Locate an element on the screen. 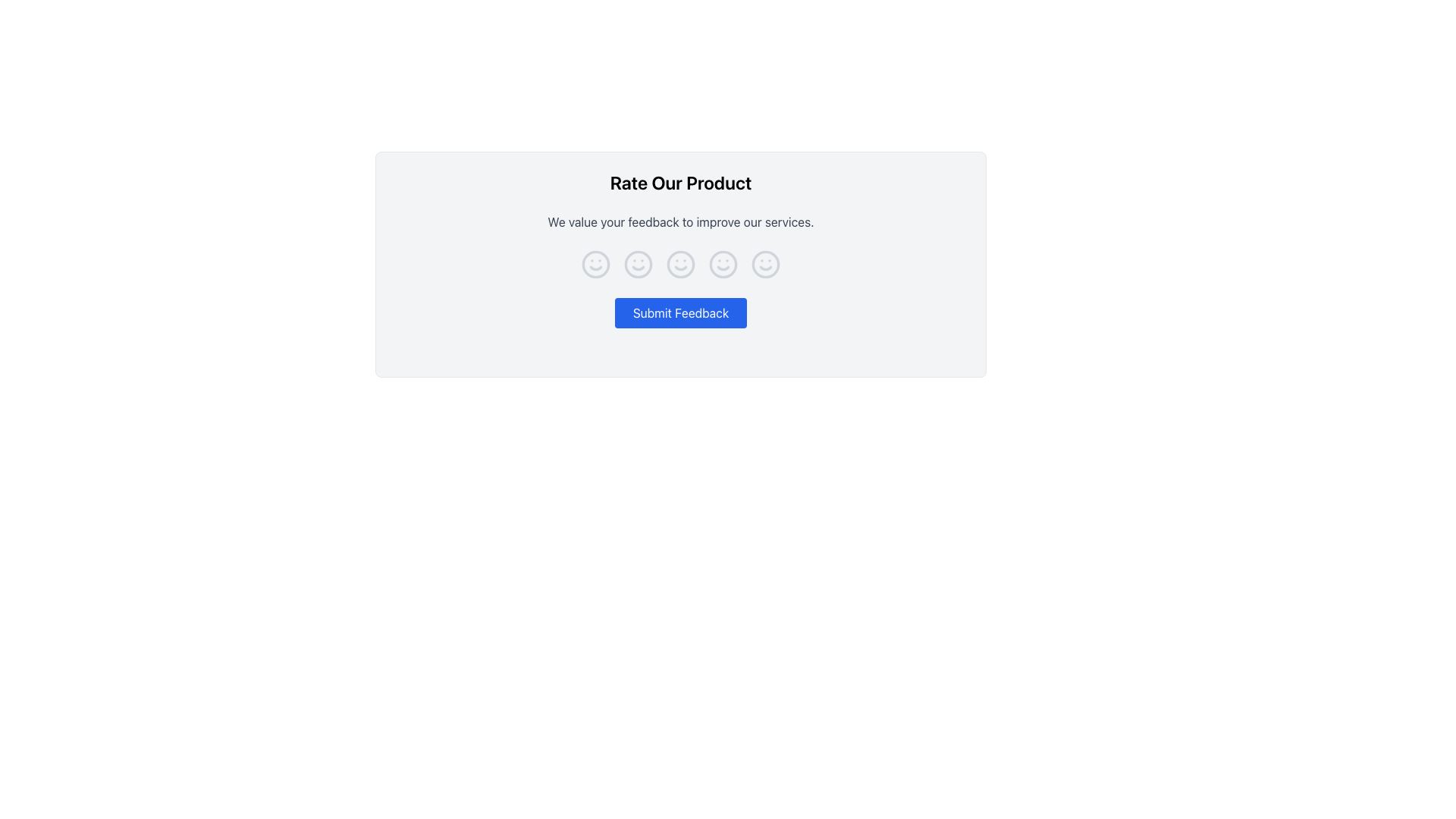 This screenshot has height=819, width=1456. the second icon from the left, which is a round neutral face icon styled simple gray on a white background is located at coordinates (638, 263).